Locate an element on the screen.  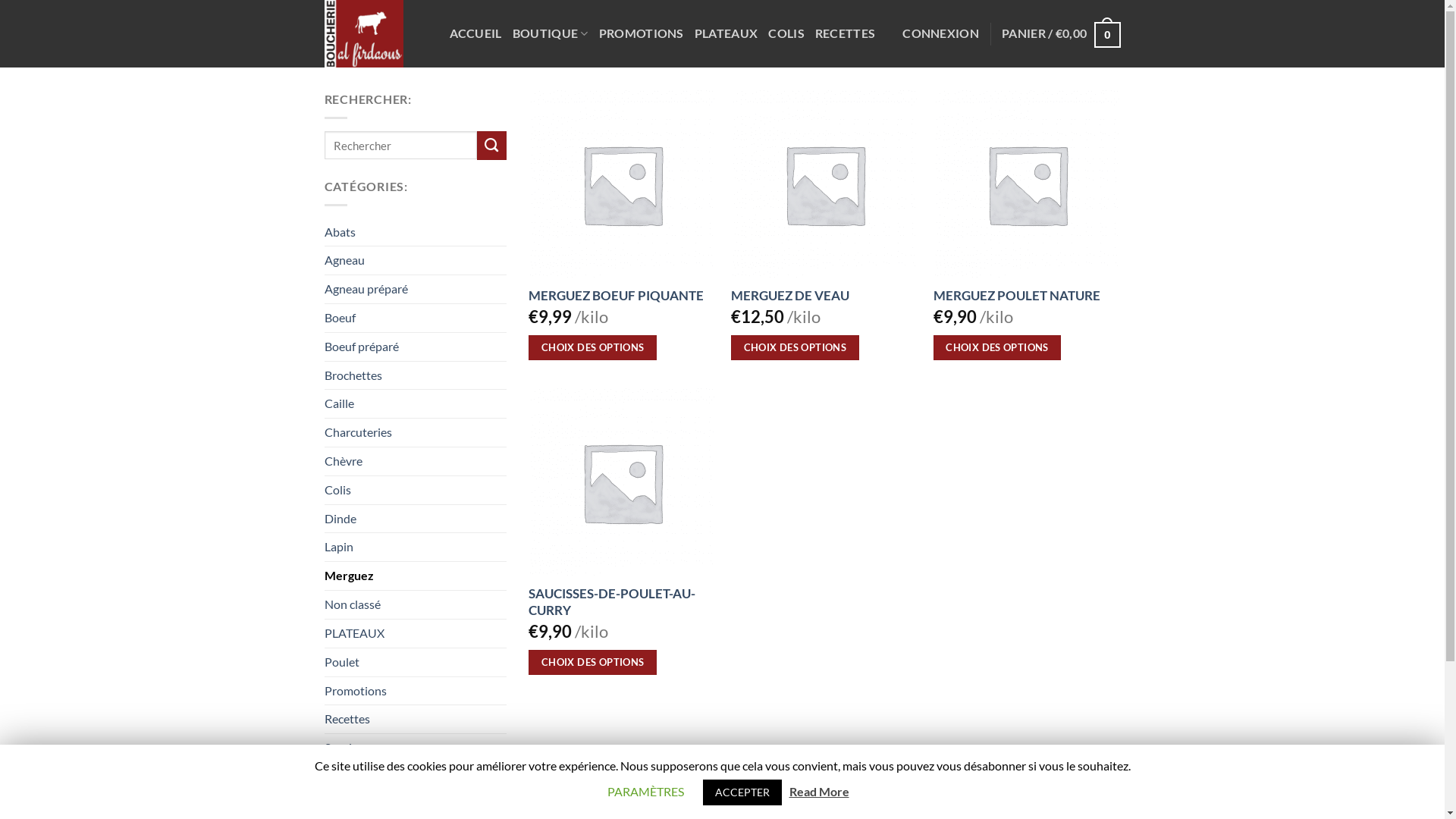
'Lapin' is located at coordinates (415, 547).